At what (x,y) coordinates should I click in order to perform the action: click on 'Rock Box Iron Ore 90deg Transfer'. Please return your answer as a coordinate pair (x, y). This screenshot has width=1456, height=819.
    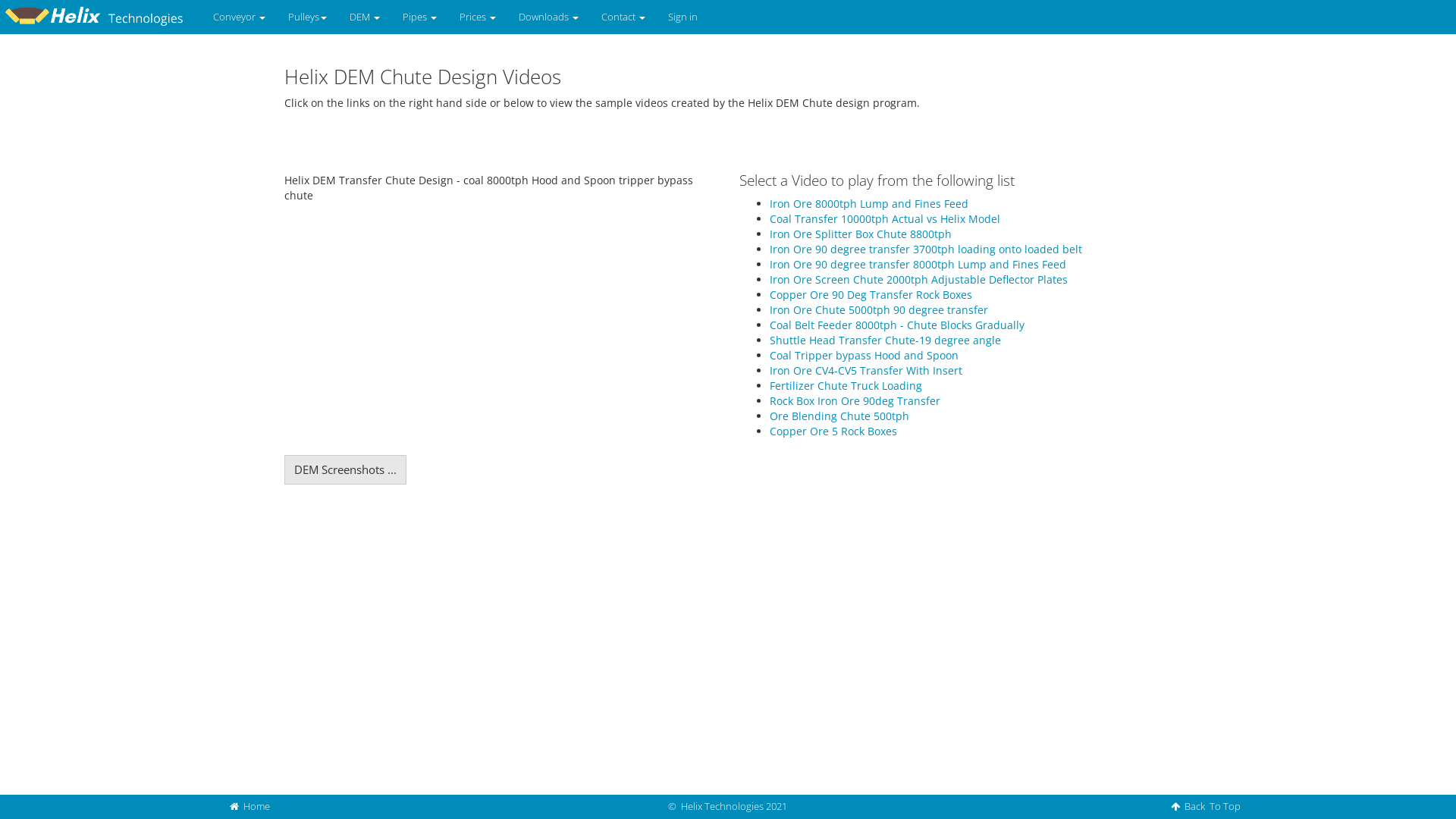
    Looking at the image, I should click on (855, 400).